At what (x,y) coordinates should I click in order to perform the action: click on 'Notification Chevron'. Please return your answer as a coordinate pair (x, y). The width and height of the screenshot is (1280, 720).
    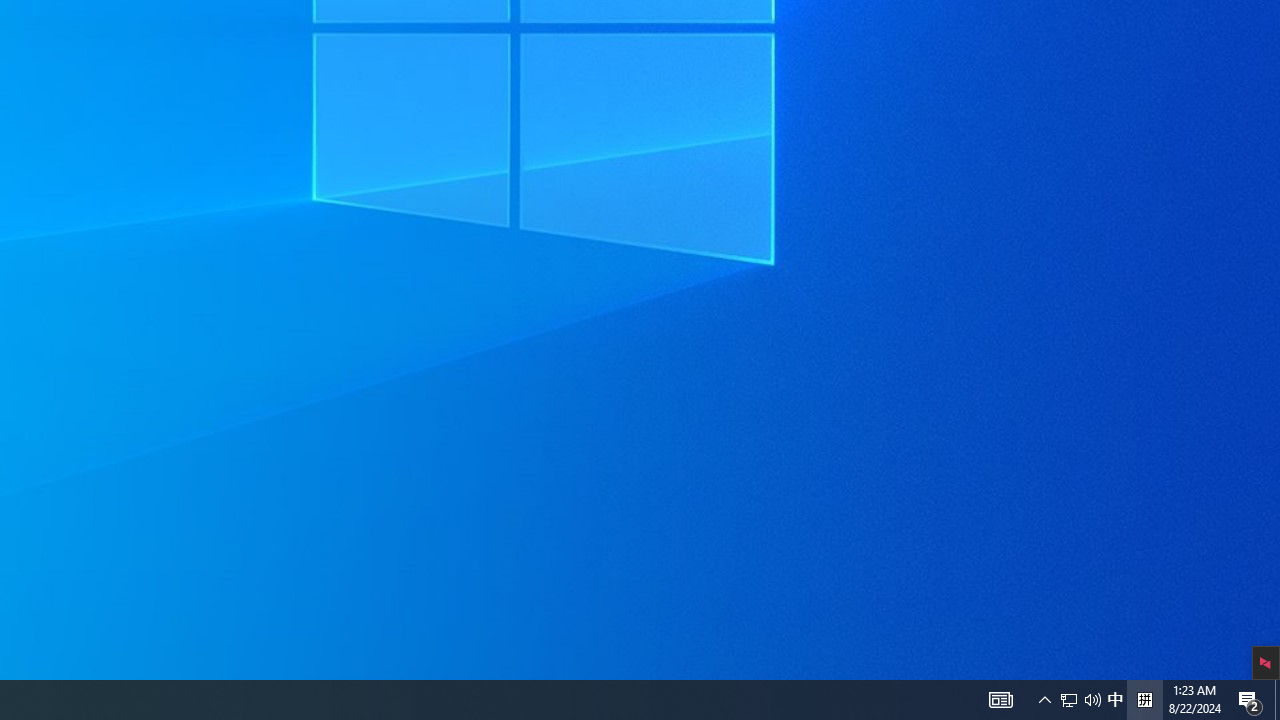
    Looking at the image, I should click on (1068, 698).